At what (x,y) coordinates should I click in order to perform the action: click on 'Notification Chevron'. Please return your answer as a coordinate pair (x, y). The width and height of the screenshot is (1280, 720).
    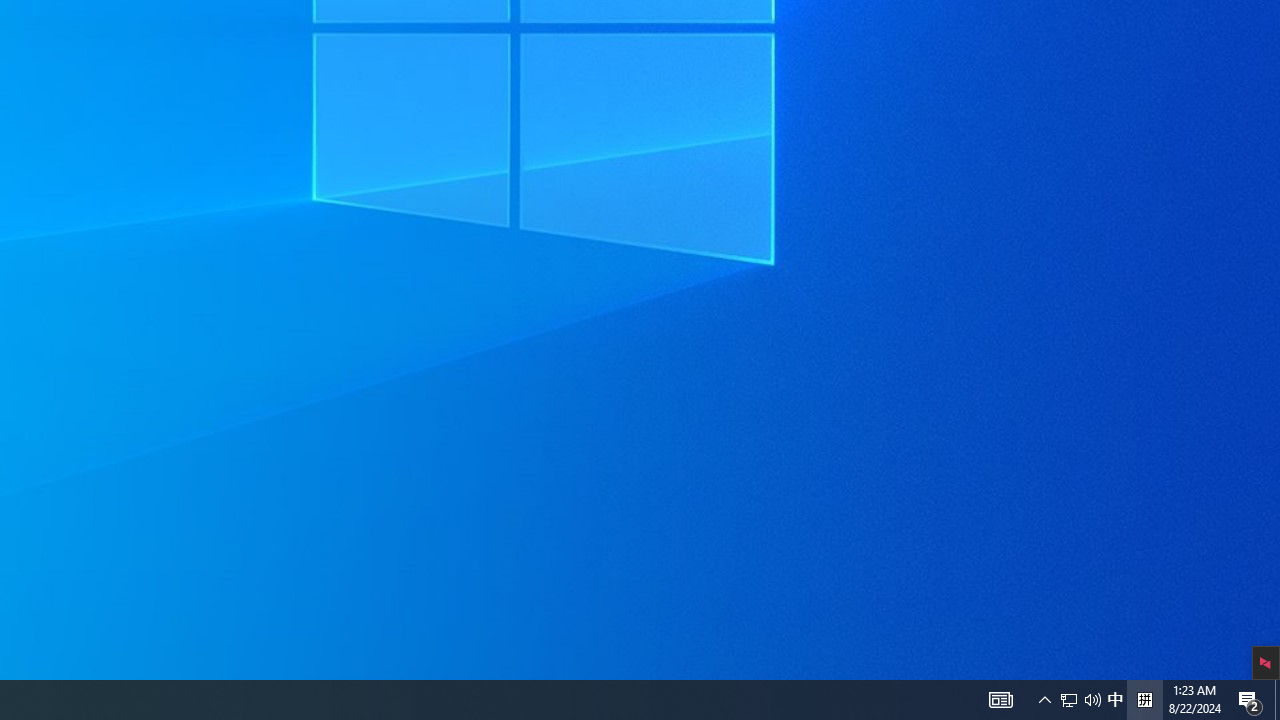
    Looking at the image, I should click on (1068, 698).